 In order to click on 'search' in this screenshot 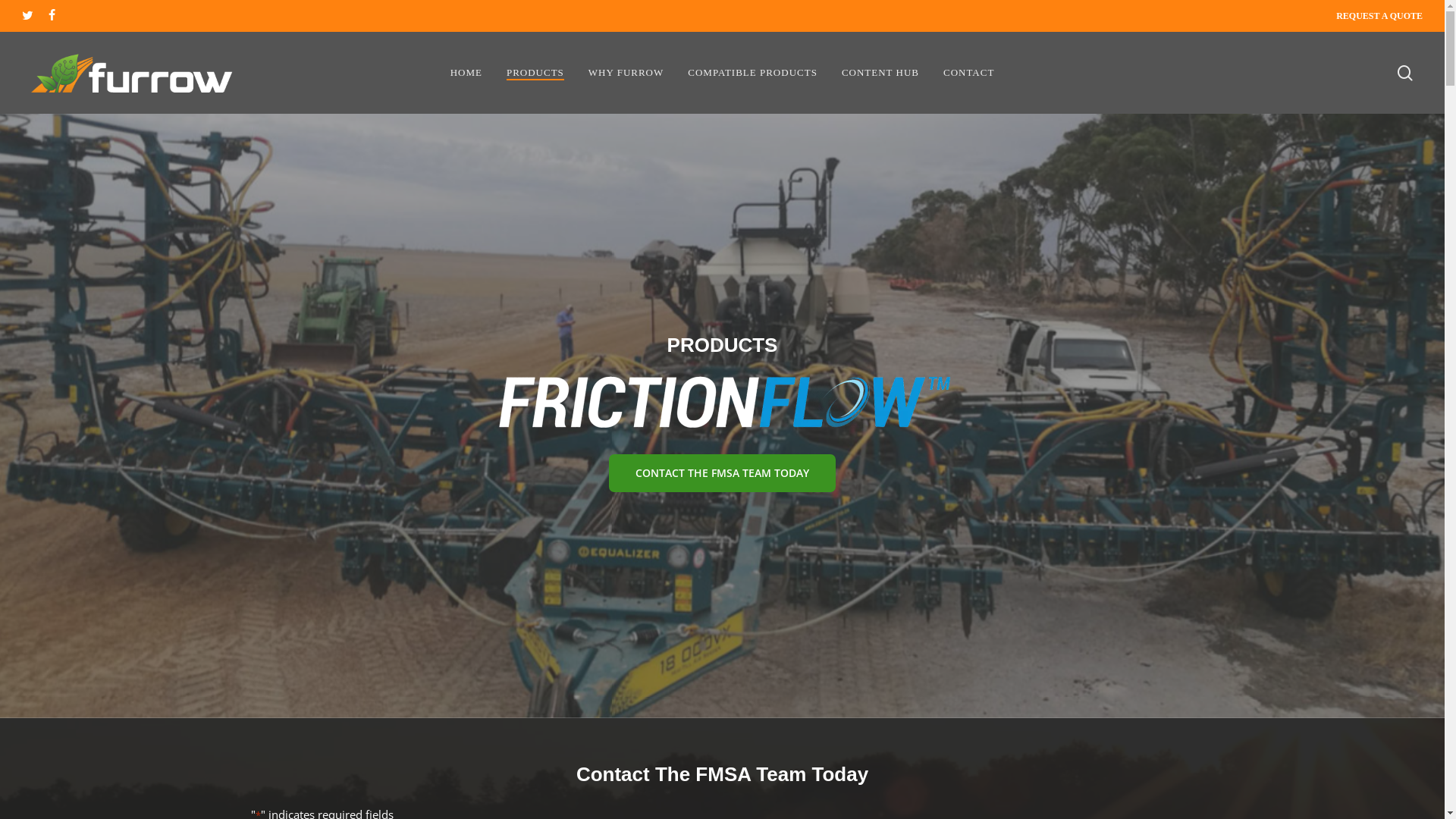, I will do `click(1395, 73)`.